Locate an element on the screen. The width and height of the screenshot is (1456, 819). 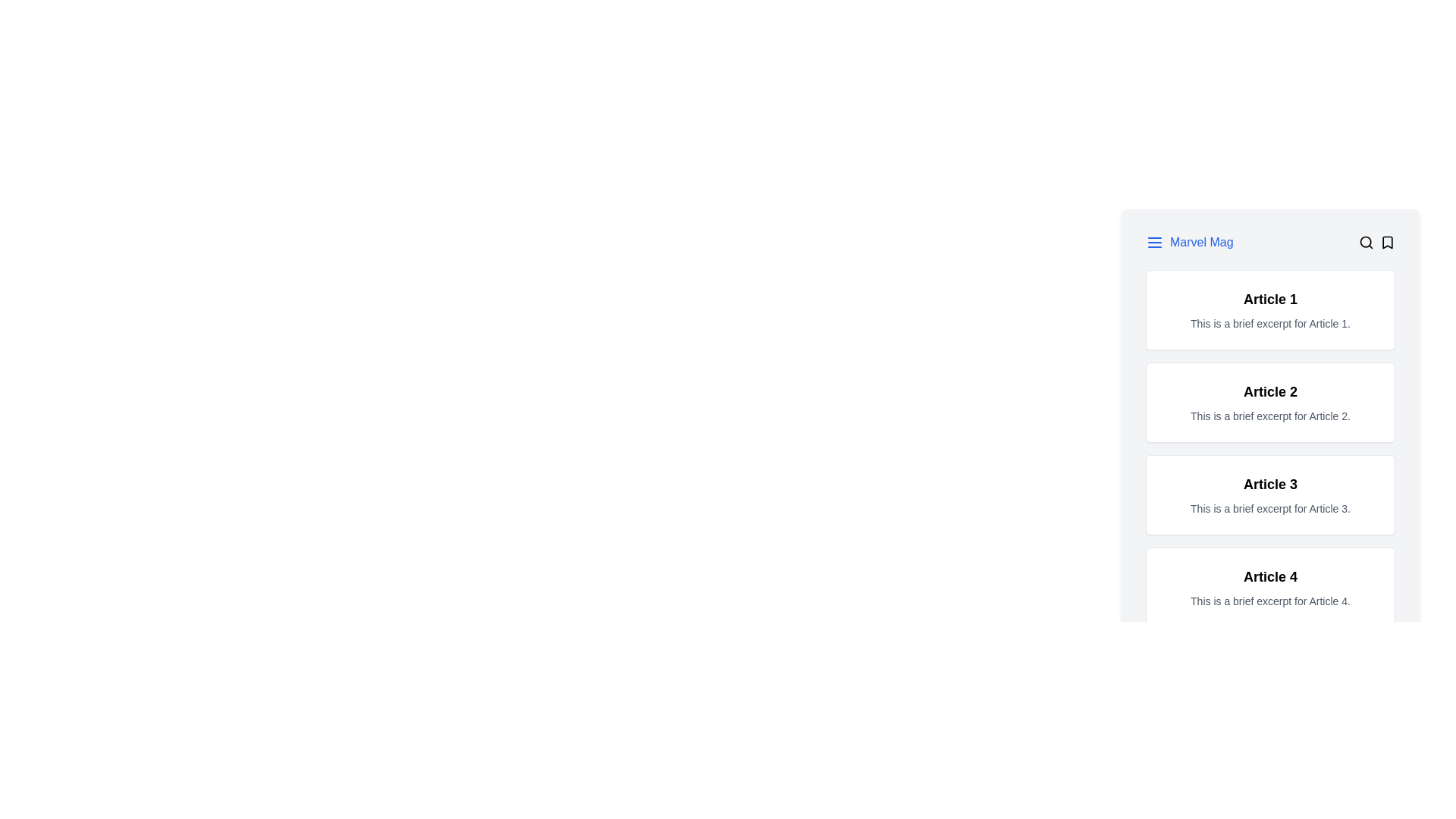
the search or bookmark icon in the icon group located at the far-right side of the top horizontal bar, positioned after the title 'Marvel Mag' and the initial menu icon is located at coordinates (1376, 242).